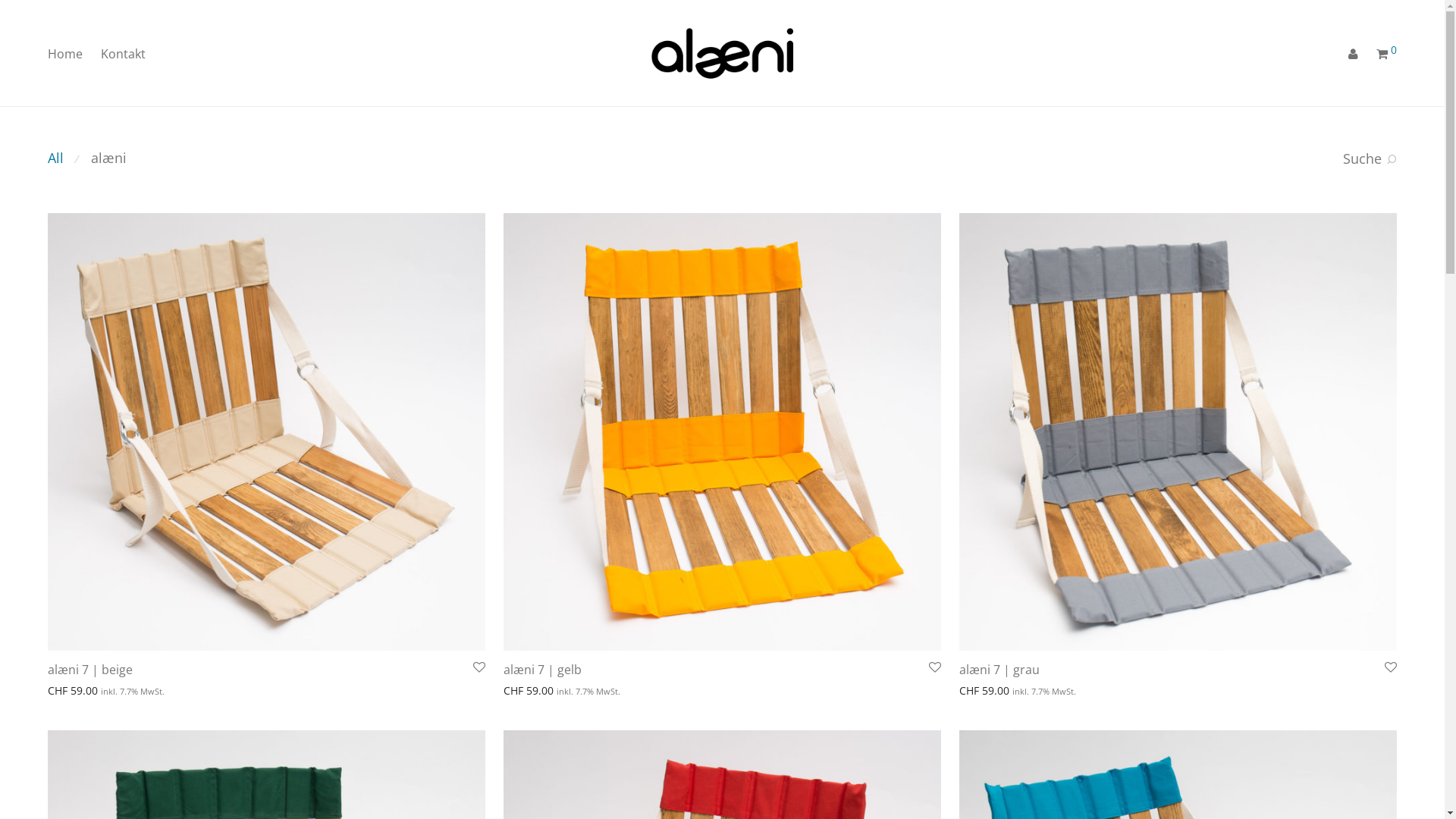 The width and height of the screenshot is (1456, 819). Describe the element at coordinates (123, 52) in the screenshot. I see `'Kontakt'` at that location.